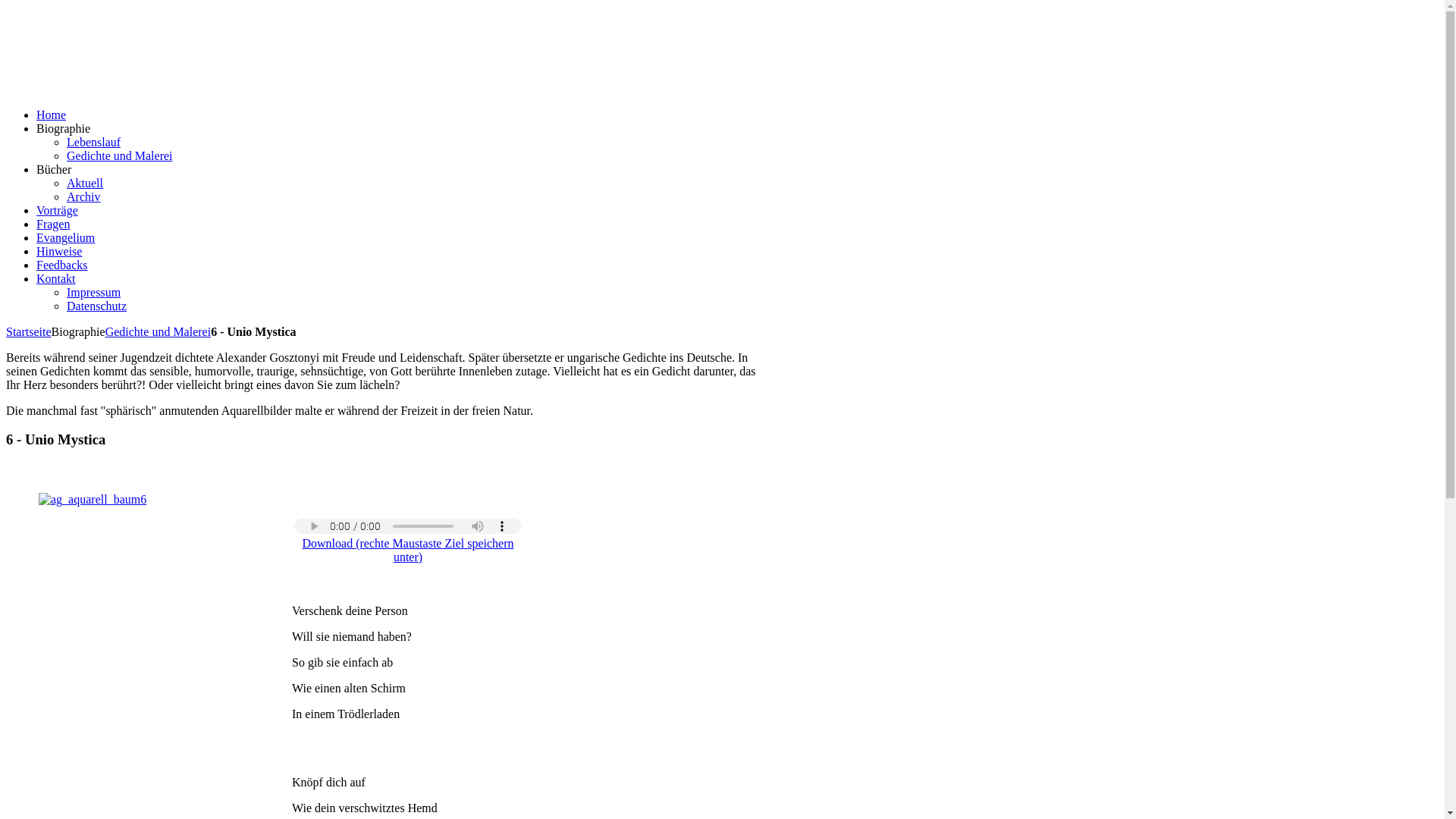 Image resolution: width=1456 pixels, height=819 pixels. Describe the element at coordinates (96, 306) in the screenshot. I see `'Datenschutz'` at that location.